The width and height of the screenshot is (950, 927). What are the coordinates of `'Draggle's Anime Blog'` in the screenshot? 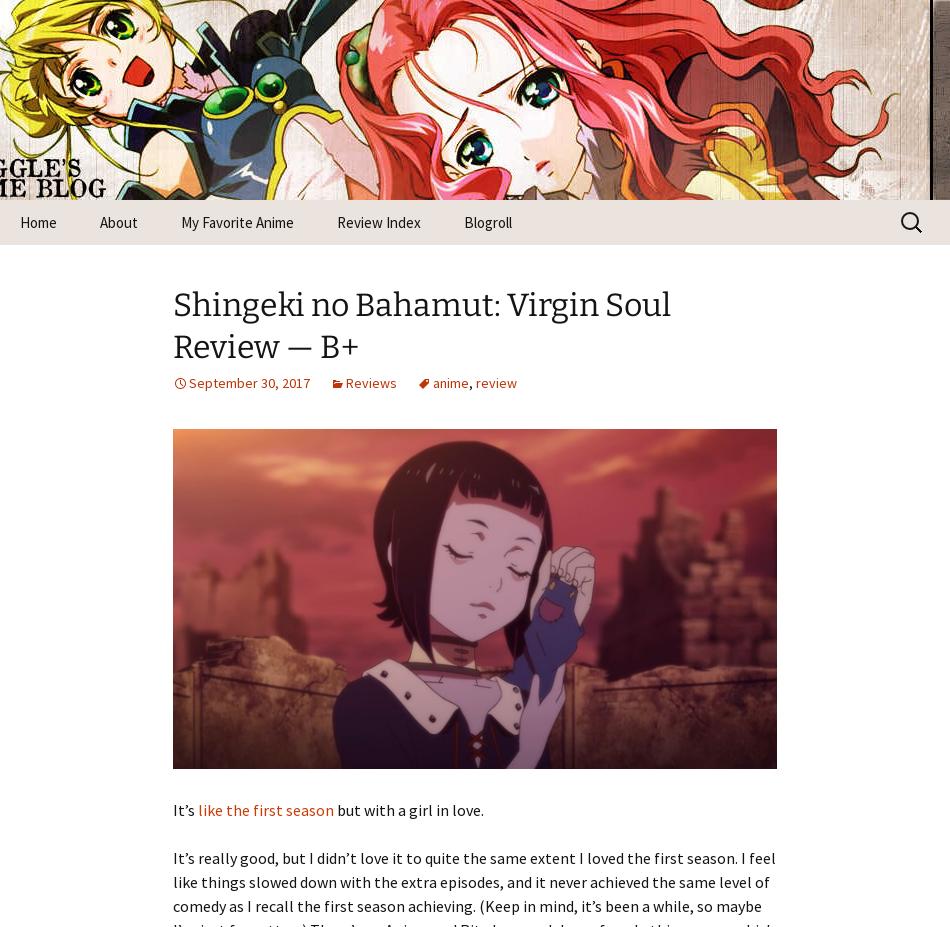 It's located at (320, 86).